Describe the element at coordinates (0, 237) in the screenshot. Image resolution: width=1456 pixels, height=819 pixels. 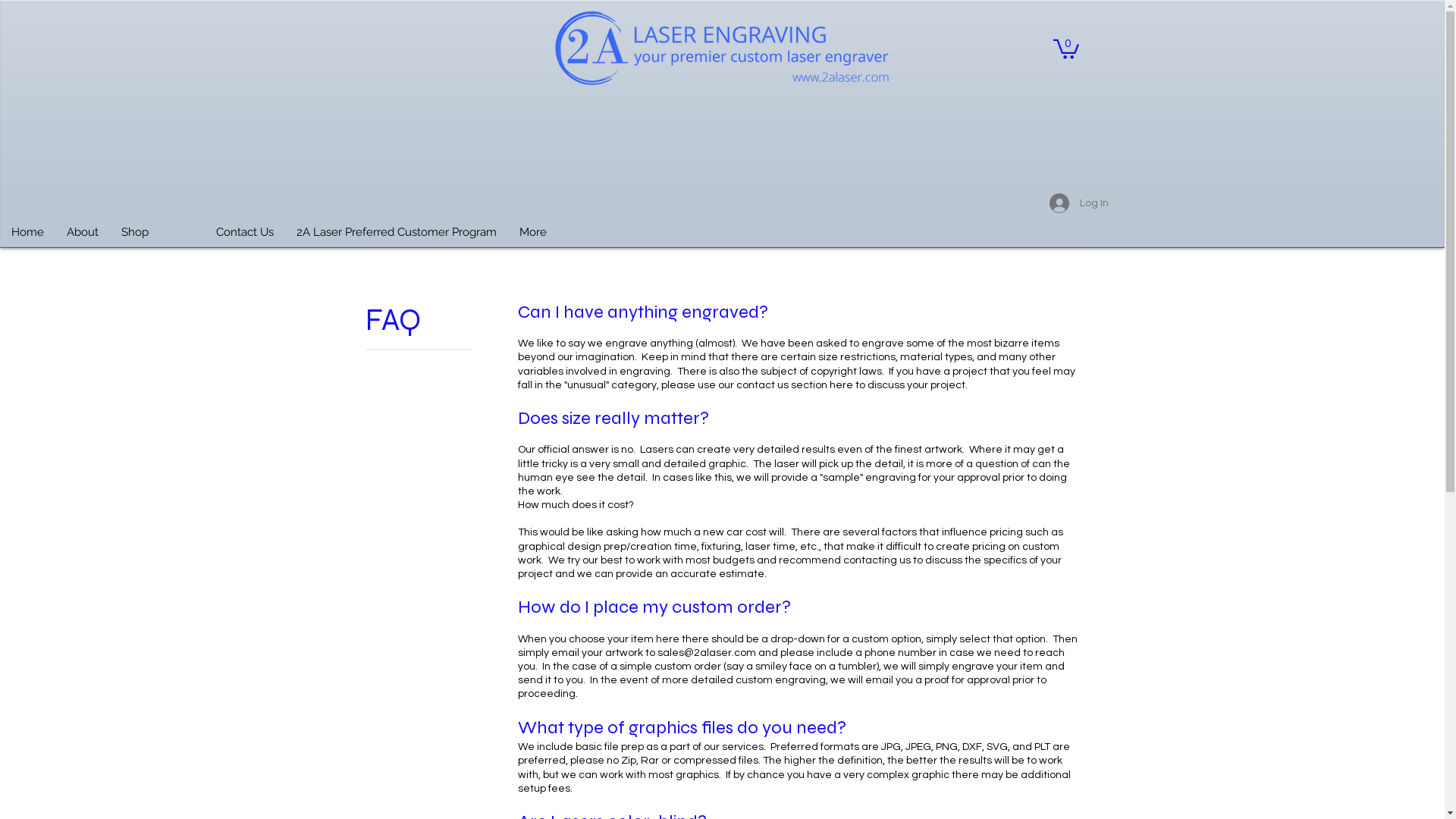
I see `'Home'` at that location.